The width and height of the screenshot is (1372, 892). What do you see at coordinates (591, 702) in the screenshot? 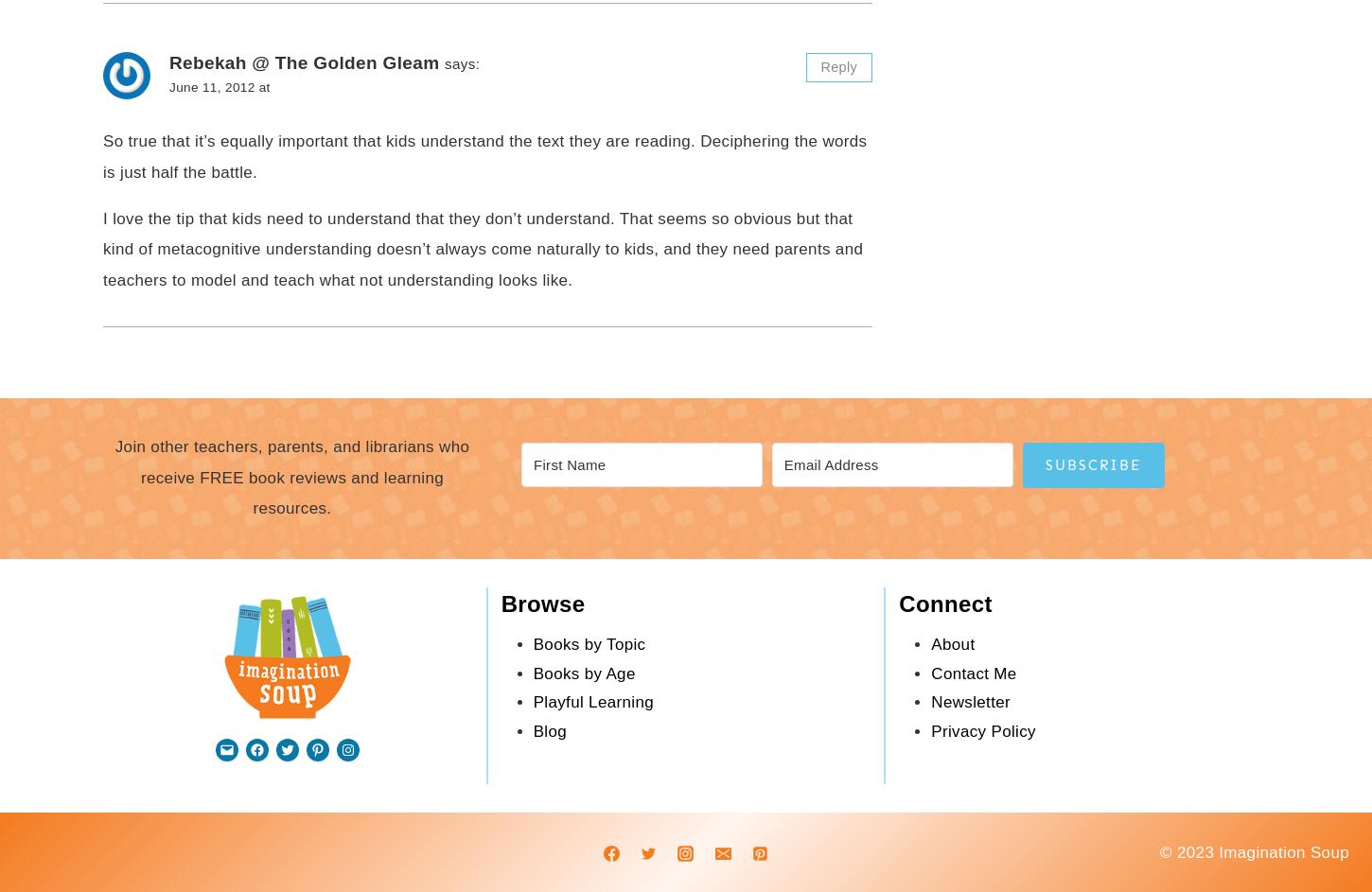
I see `'Playful Learning'` at bounding box center [591, 702].